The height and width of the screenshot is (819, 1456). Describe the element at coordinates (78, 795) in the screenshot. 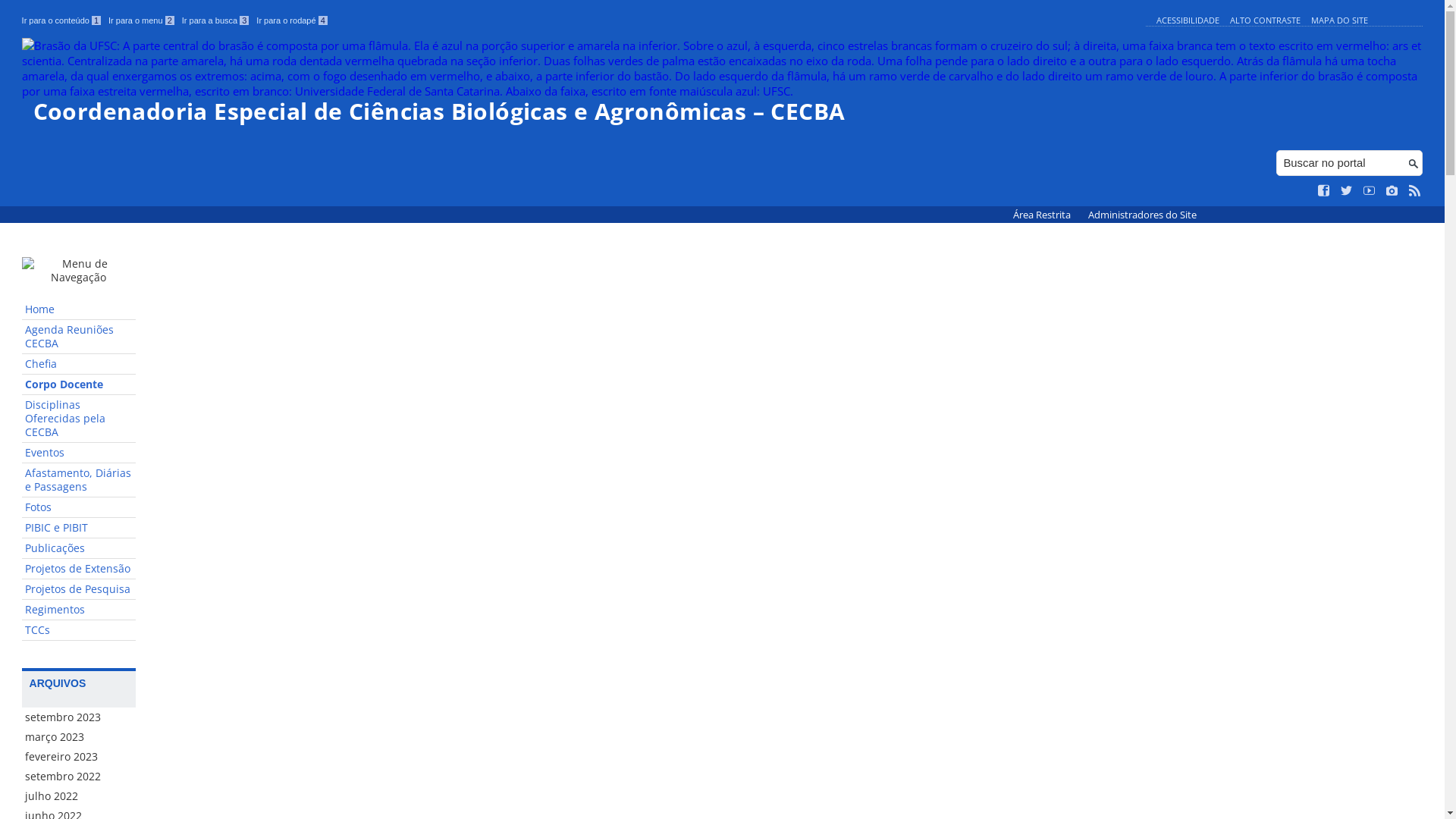

I see `'julho 2022'` at that location.